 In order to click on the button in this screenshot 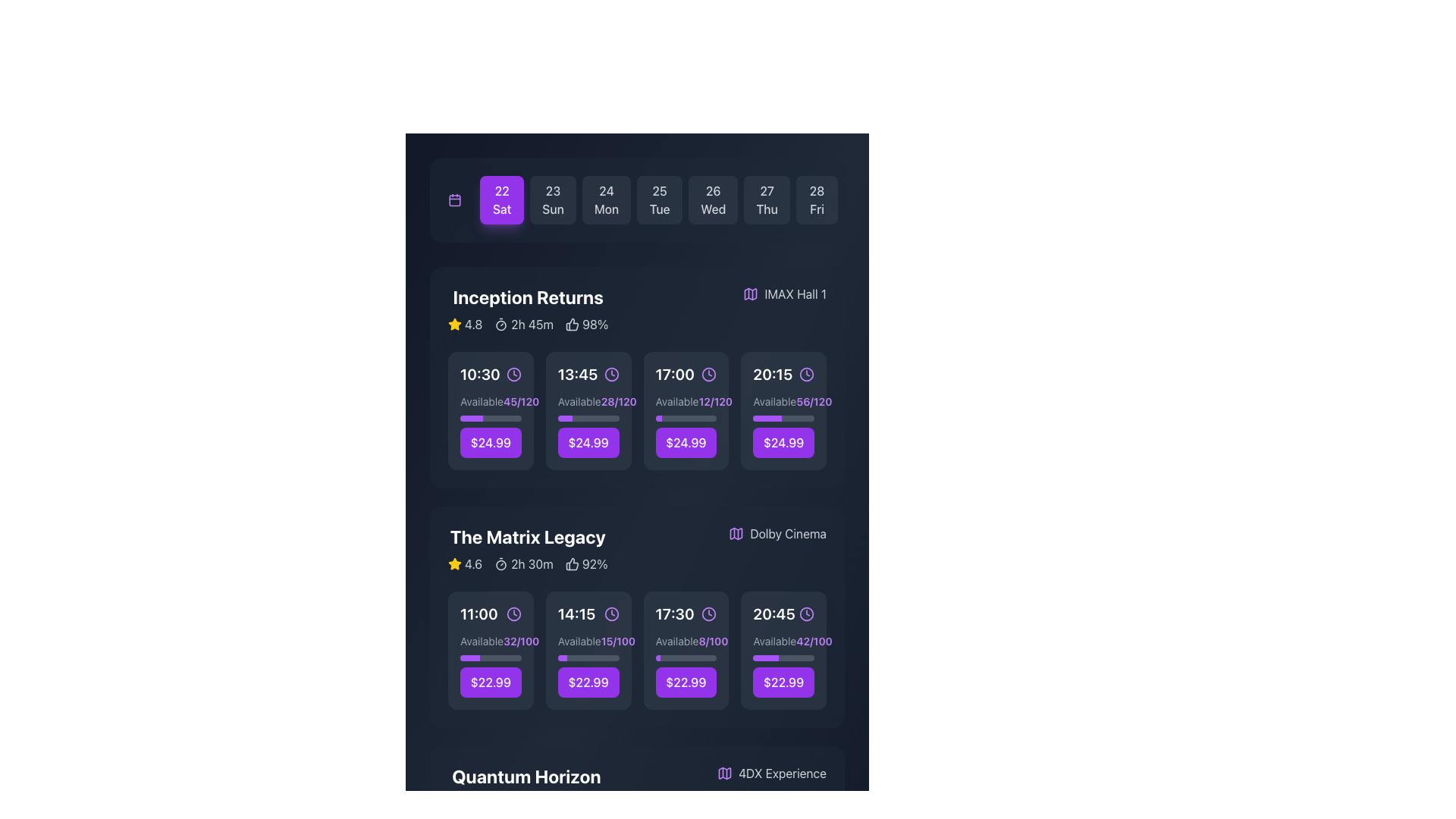, I will do `click(588, 426)`.